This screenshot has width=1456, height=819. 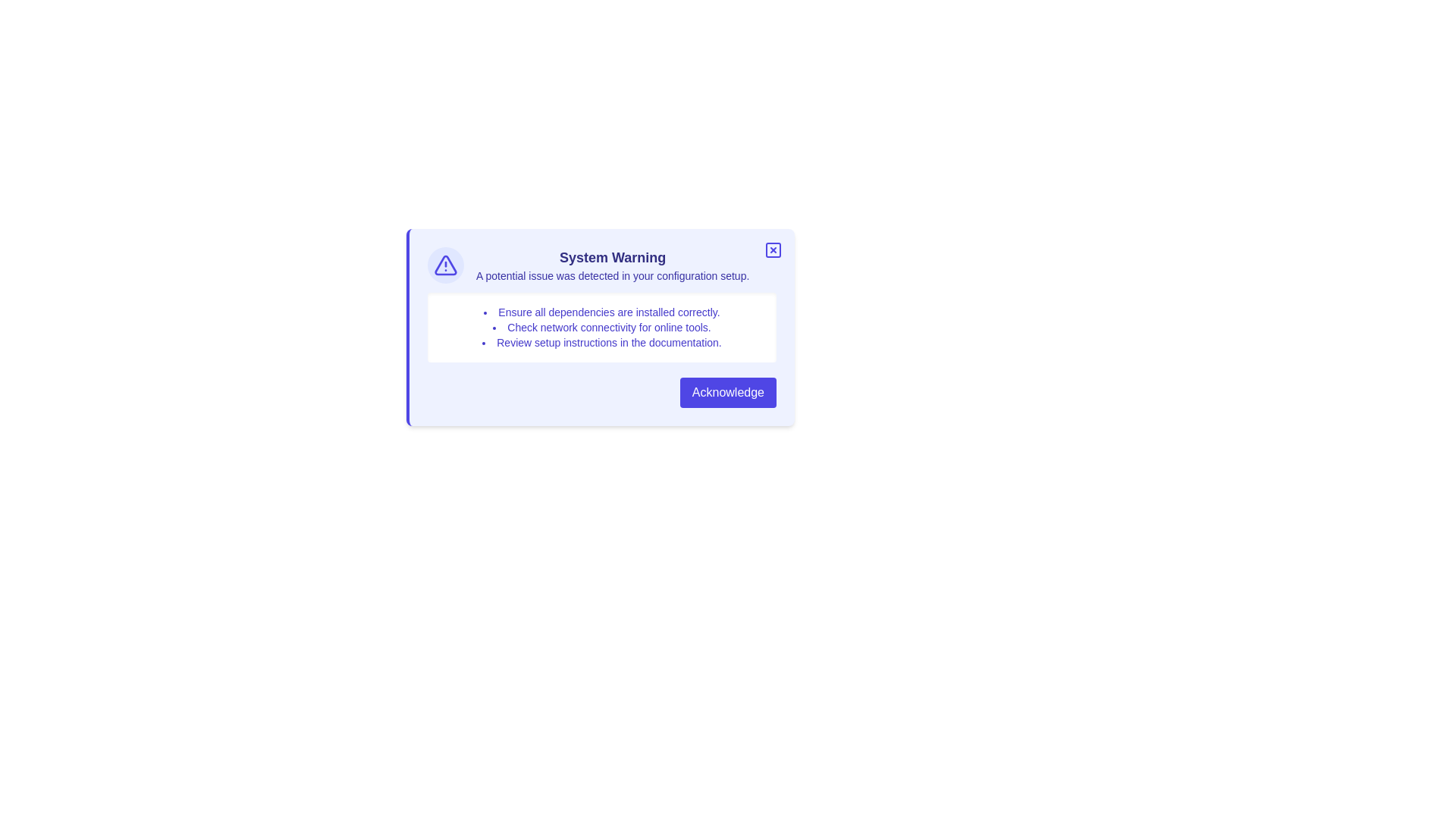 I want to click on close button located at the top-right corner of the alert, so click(x=773, y=249).